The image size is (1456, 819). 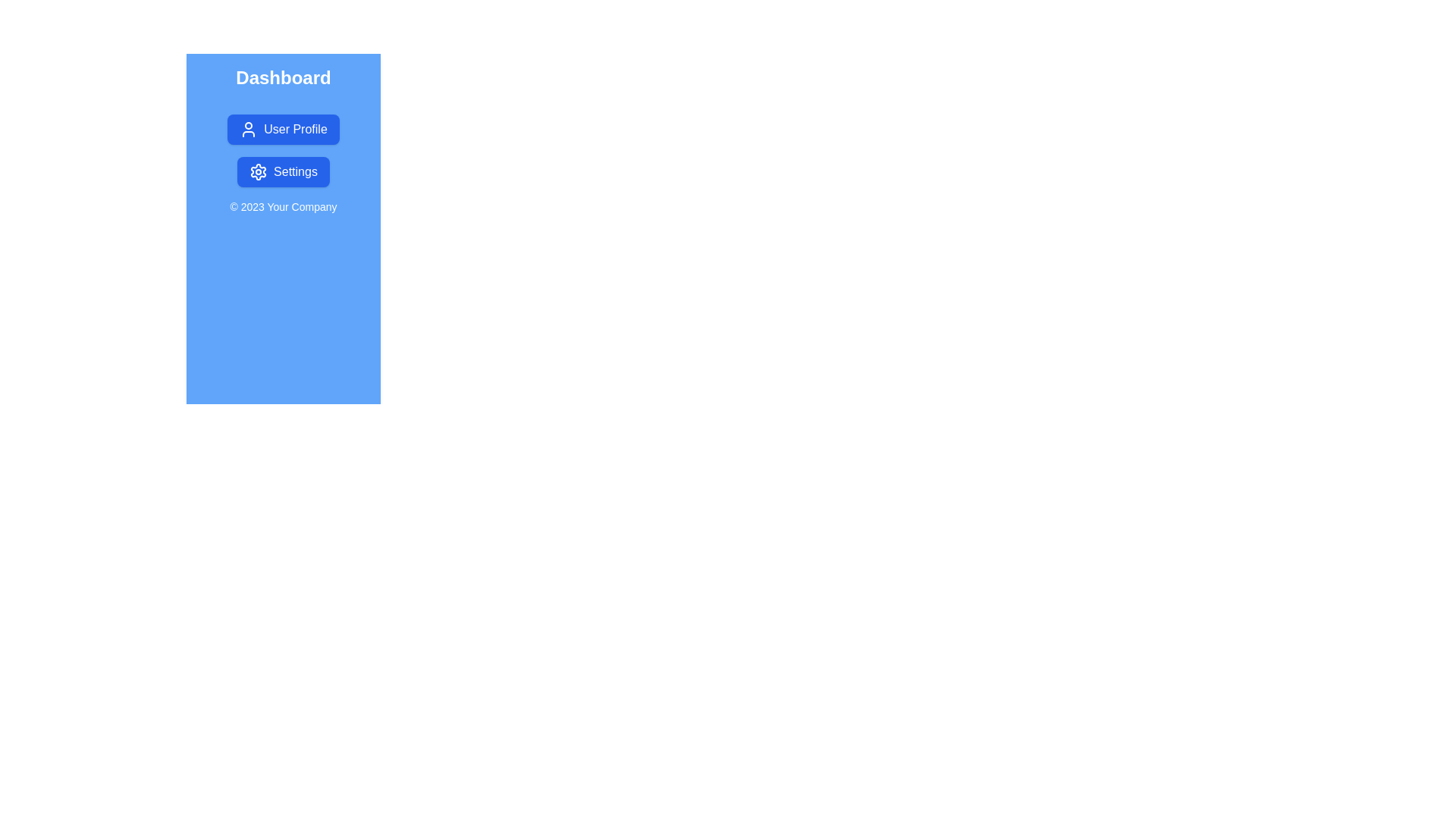 I want to click on toggle button to toggle the drawer visibility, so click(x=221, y=90).